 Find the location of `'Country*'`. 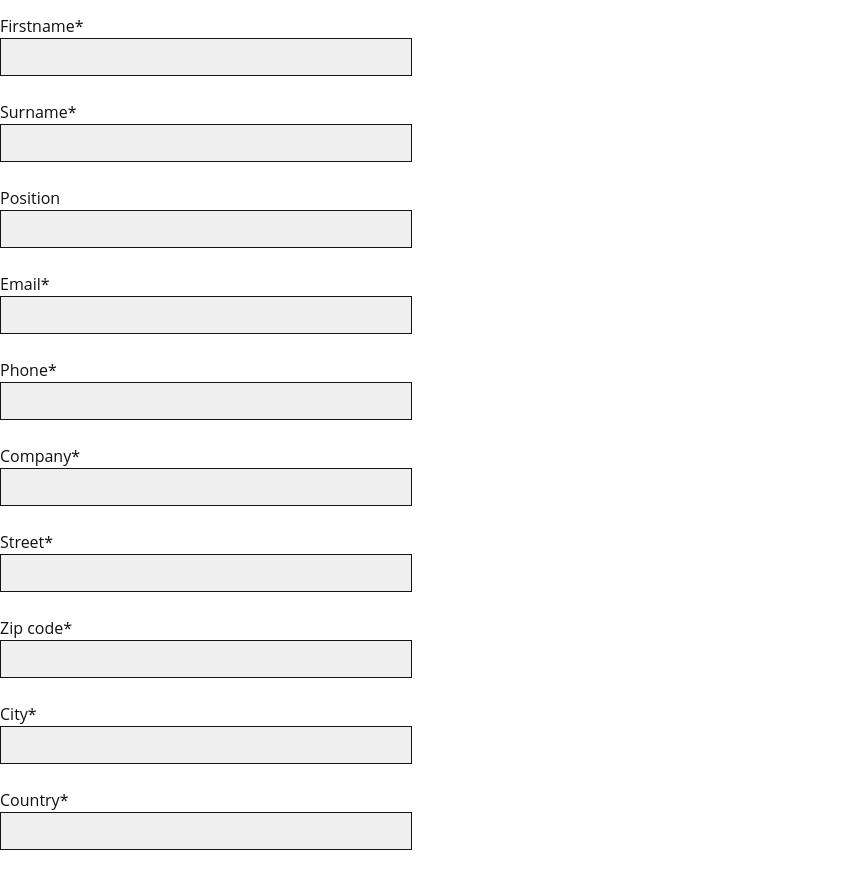

'Country*' is located at coordinates (33, 798).